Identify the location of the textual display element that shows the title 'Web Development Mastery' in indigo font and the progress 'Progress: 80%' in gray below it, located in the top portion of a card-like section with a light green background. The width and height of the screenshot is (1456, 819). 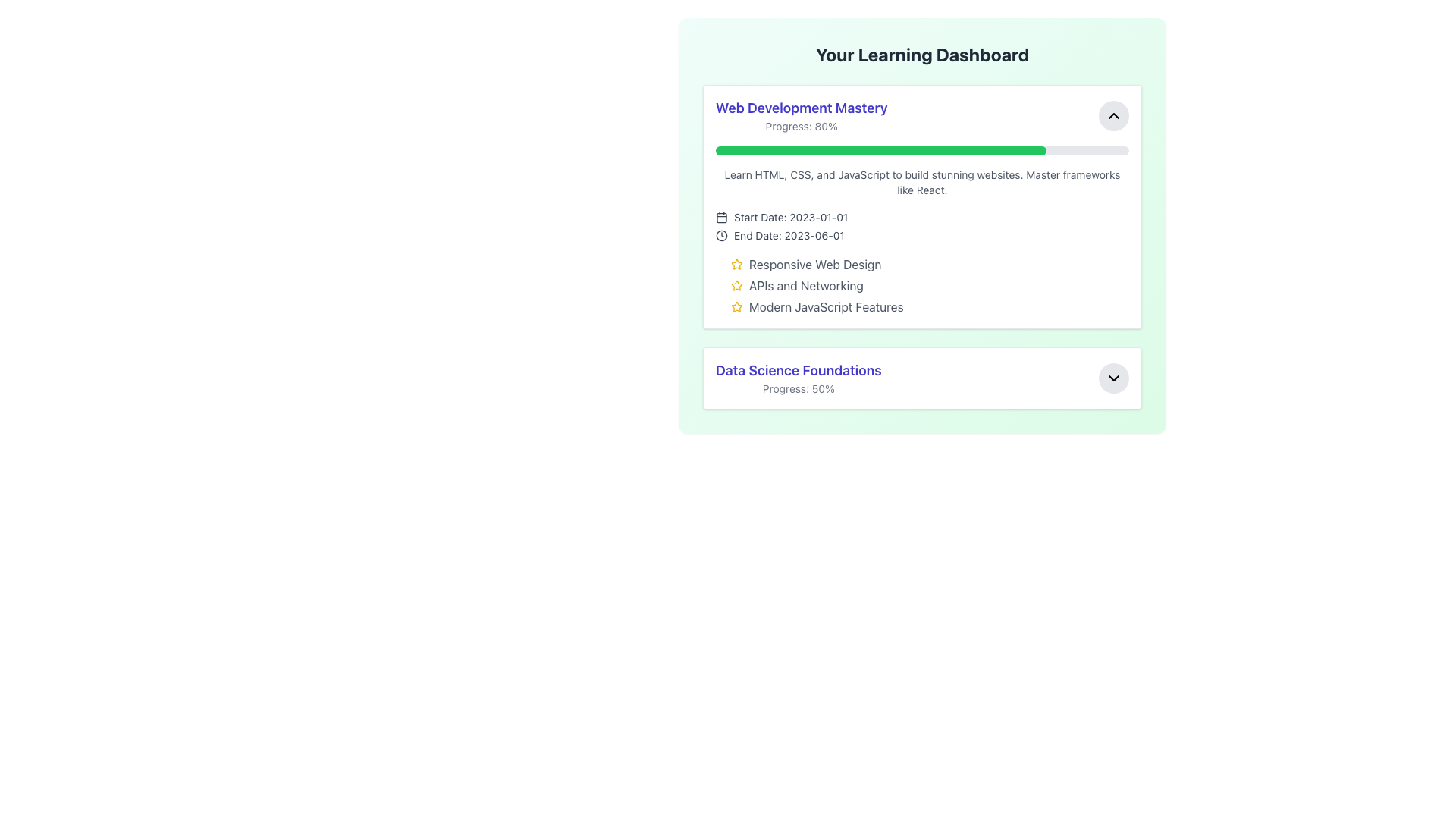
(801, 115).